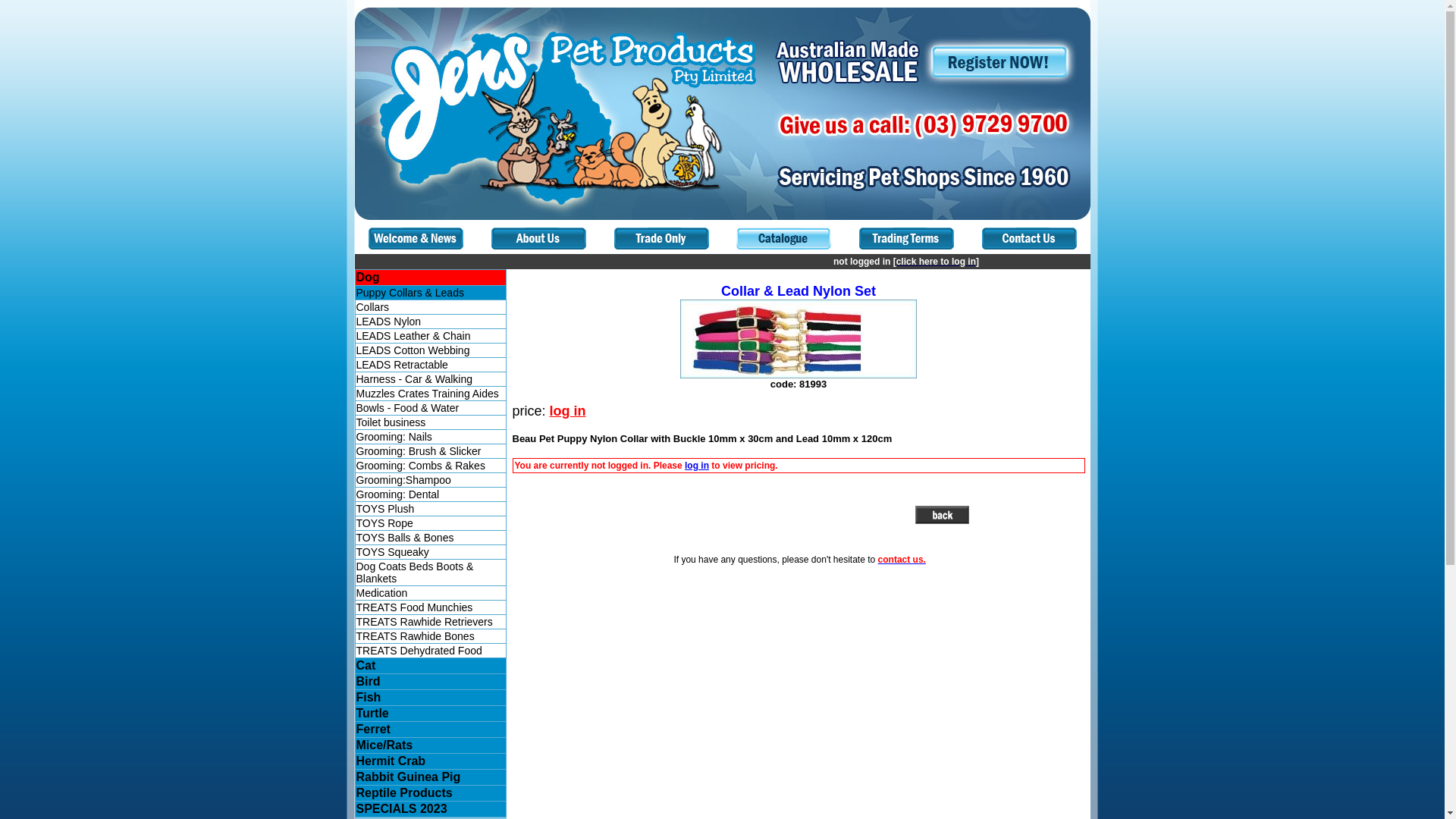 This screenshot has height=819, width=1456. Describe the element at coordinates (566, 411) in the screenshot. I see `'log in'` at that location.